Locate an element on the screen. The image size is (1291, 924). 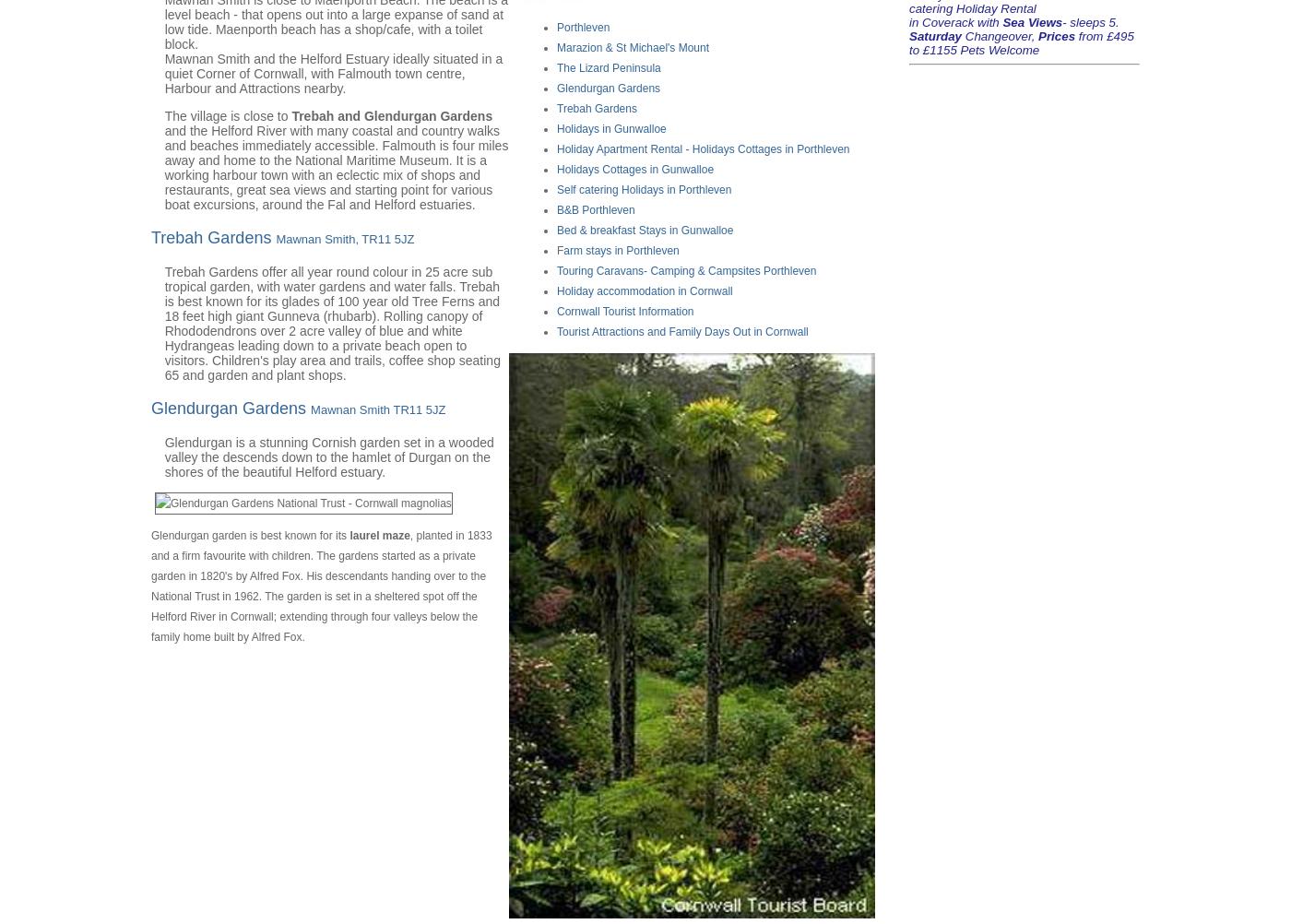
'Glendurgan garden is best known for its' is located at coordinates (250, 534).